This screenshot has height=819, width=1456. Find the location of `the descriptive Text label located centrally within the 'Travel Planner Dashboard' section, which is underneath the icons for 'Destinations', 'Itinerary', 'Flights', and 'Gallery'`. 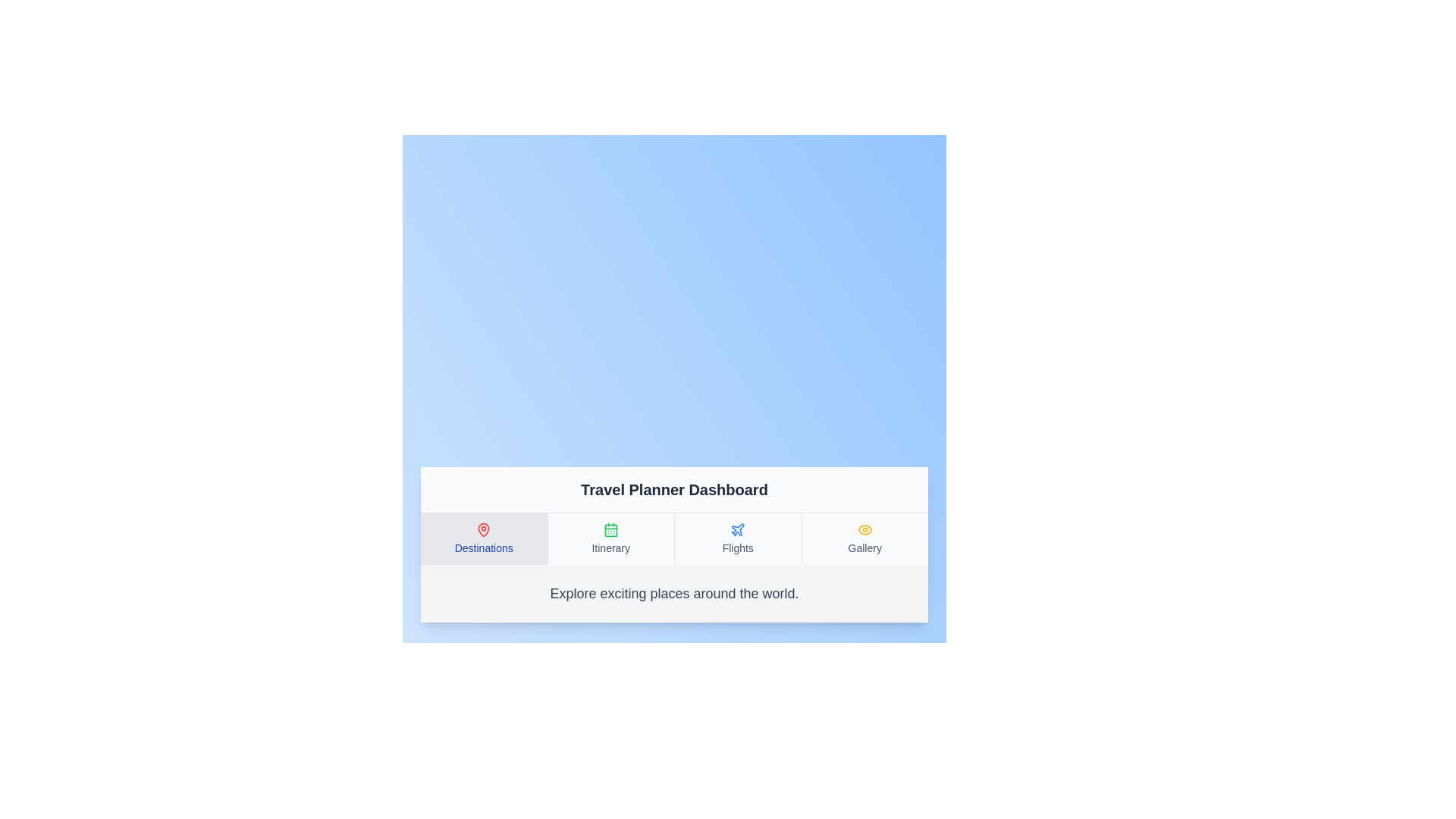

the descriptive Text label located centrally within the 'Travel Planner Dashboard' section, which is underneath the icons for 'Destinations', 'Itinerary', 'Flights', and 'Gallery' is located at coordinates (673, 592).